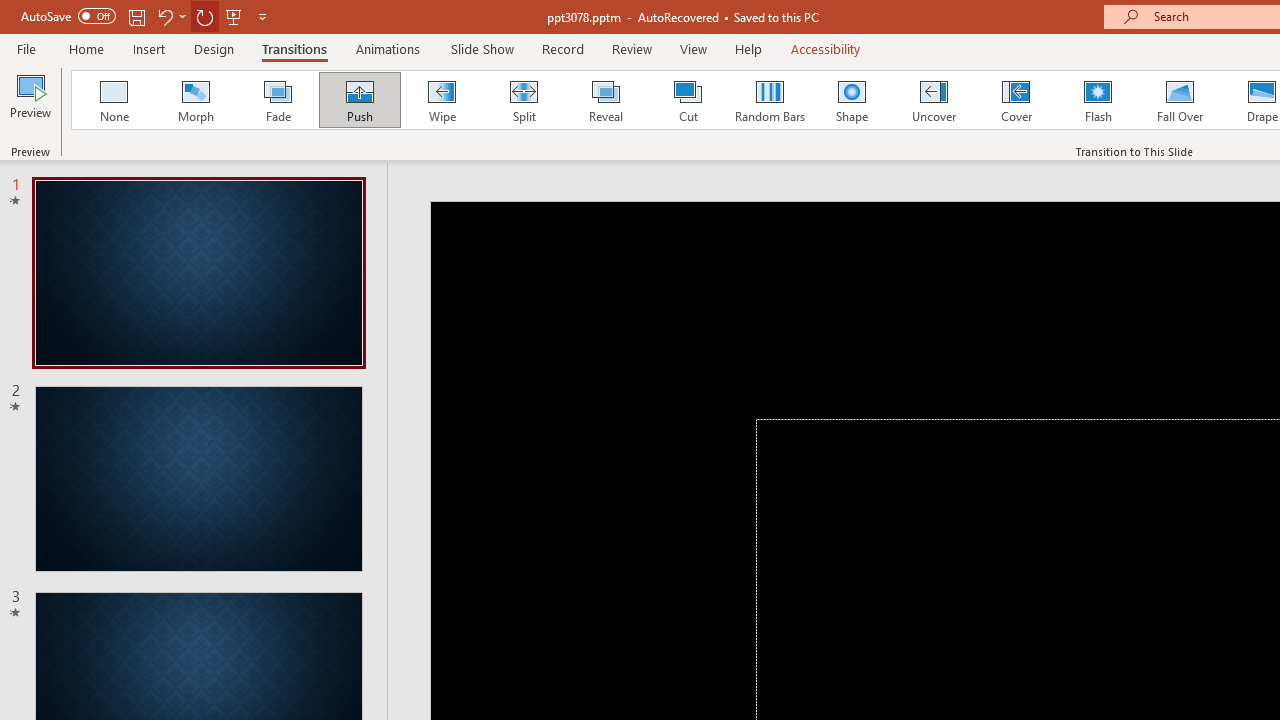 This screenshot has height=720, width=1280. What do you see at coordinates (1016, 100) in the screenshot?
I see `'Cover'` at bounding box center [1016, 100].